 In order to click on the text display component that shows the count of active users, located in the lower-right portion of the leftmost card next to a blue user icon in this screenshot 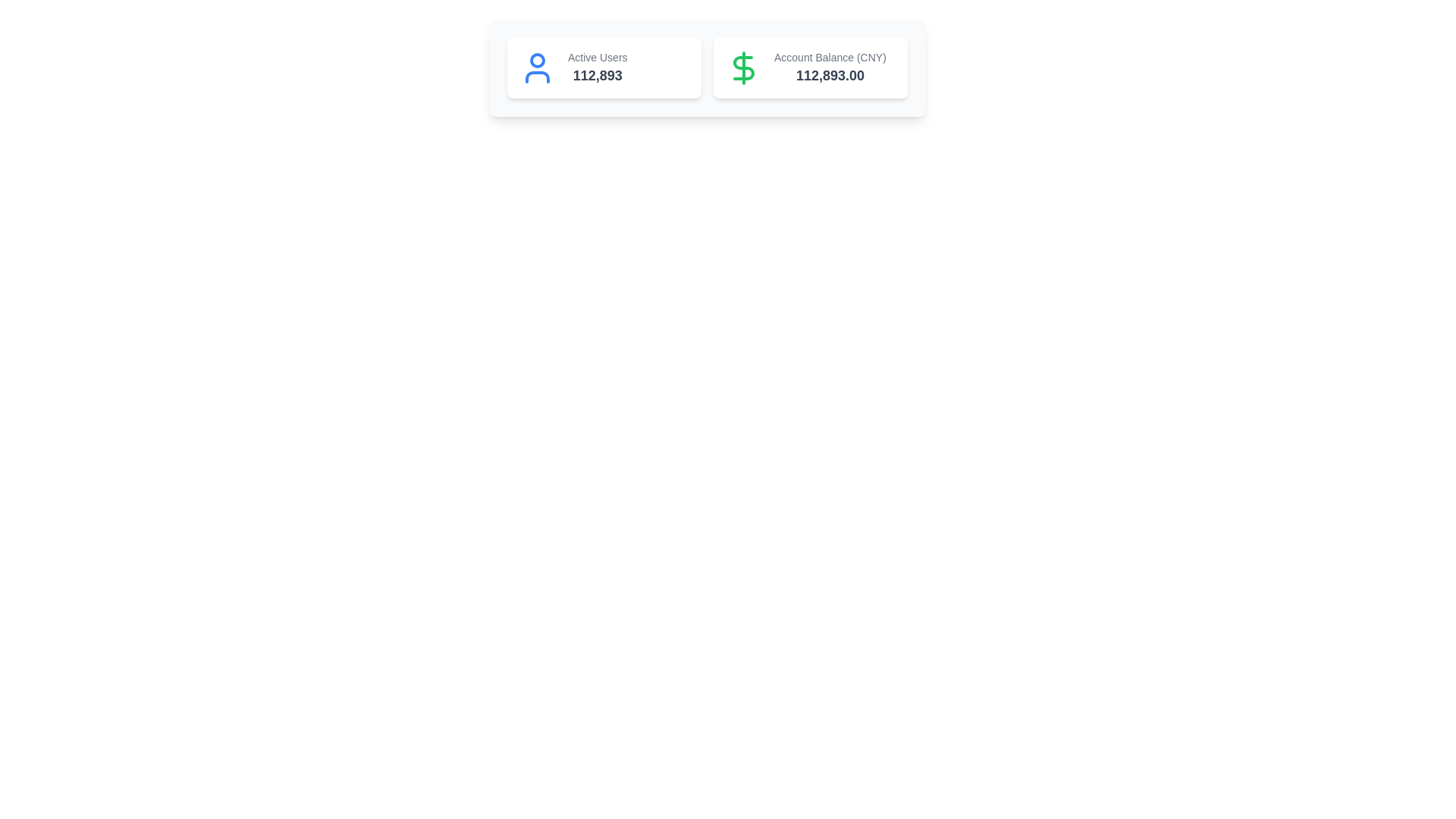, I will do `click(597, 67)`.